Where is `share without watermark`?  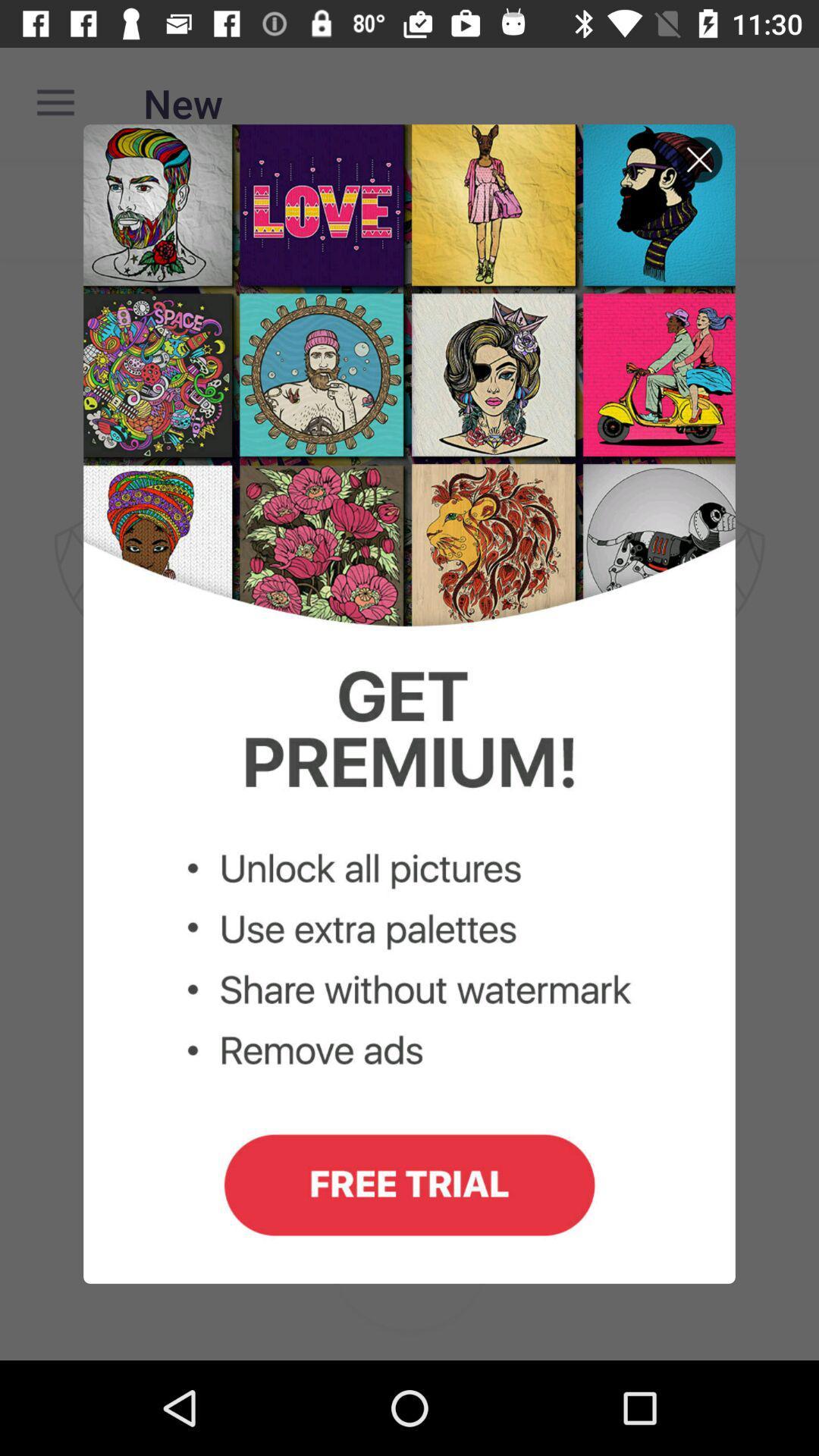
share without watermark is located at coordinates (409, 703).